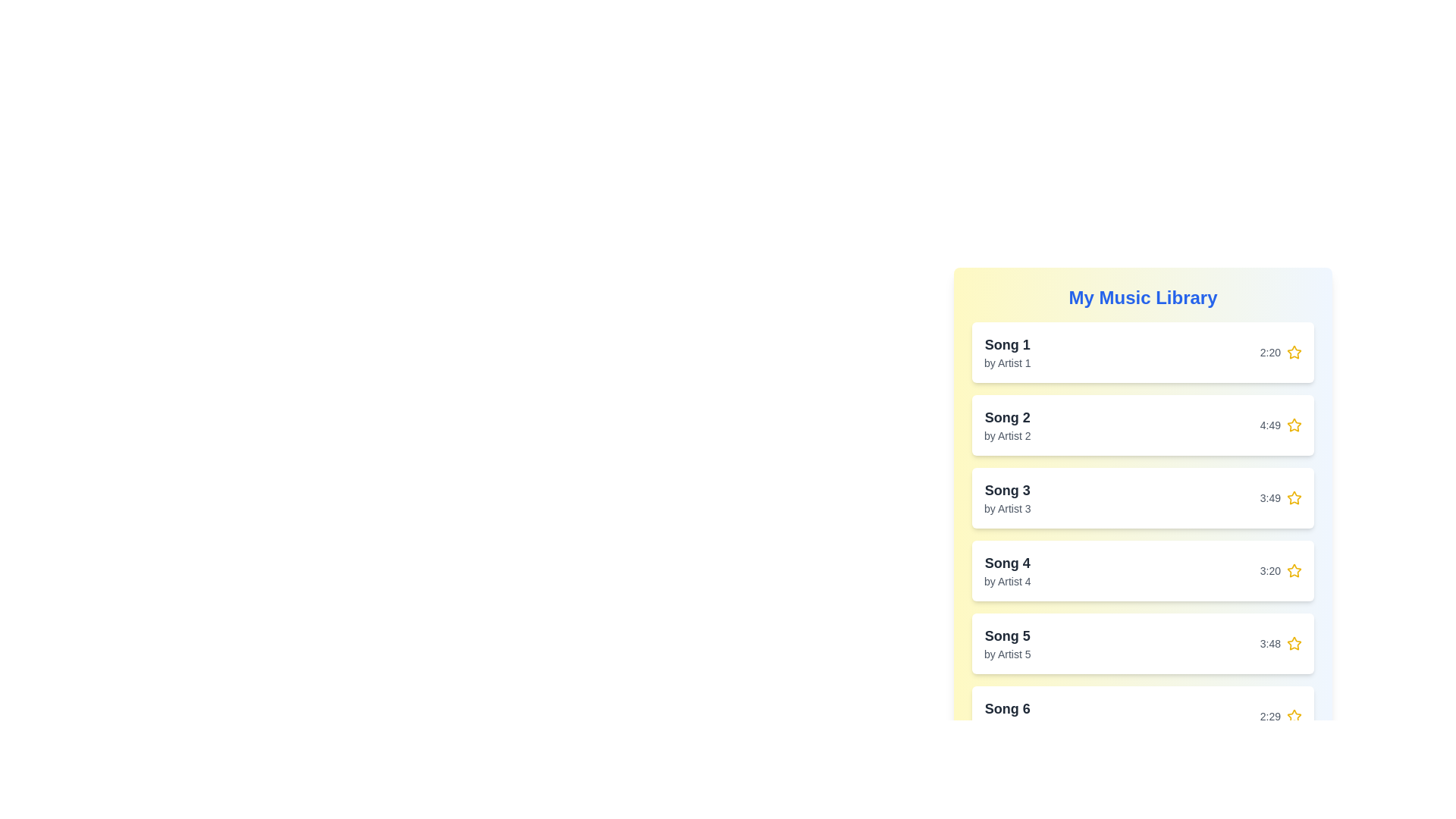 The width and height of the screenshot is (1456, 819). What do you see at coordinates (1270, 643) in the screenshot?
I see `the text label indicating the duration or runtime of 'Song 5', located in the right section of its entry within the music library list` at bounding box center [1270, 643].